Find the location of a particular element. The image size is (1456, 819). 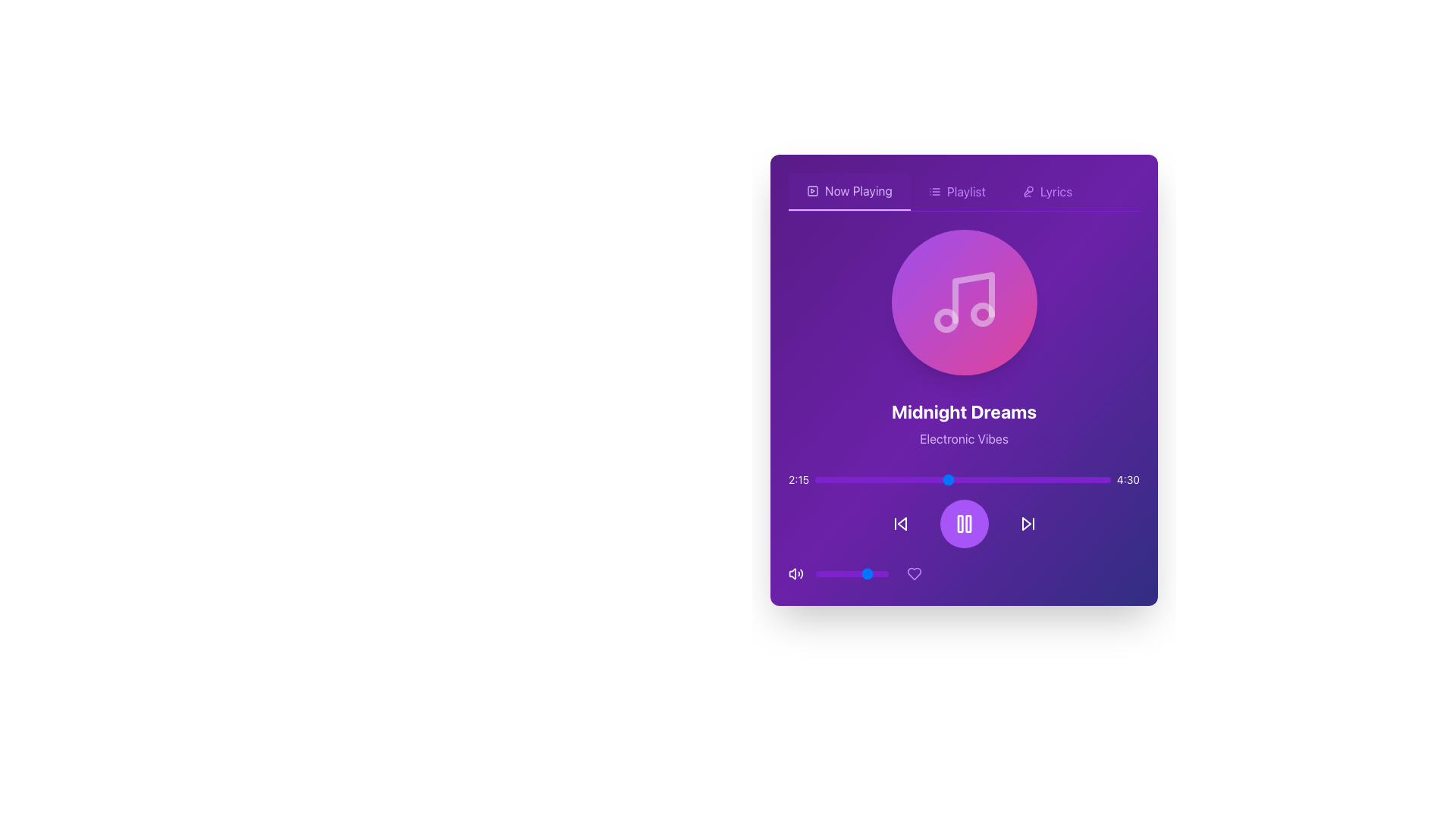

the circular purple button containing a pause icon located at the bottom of the interface is located at coordinates (963, 529).